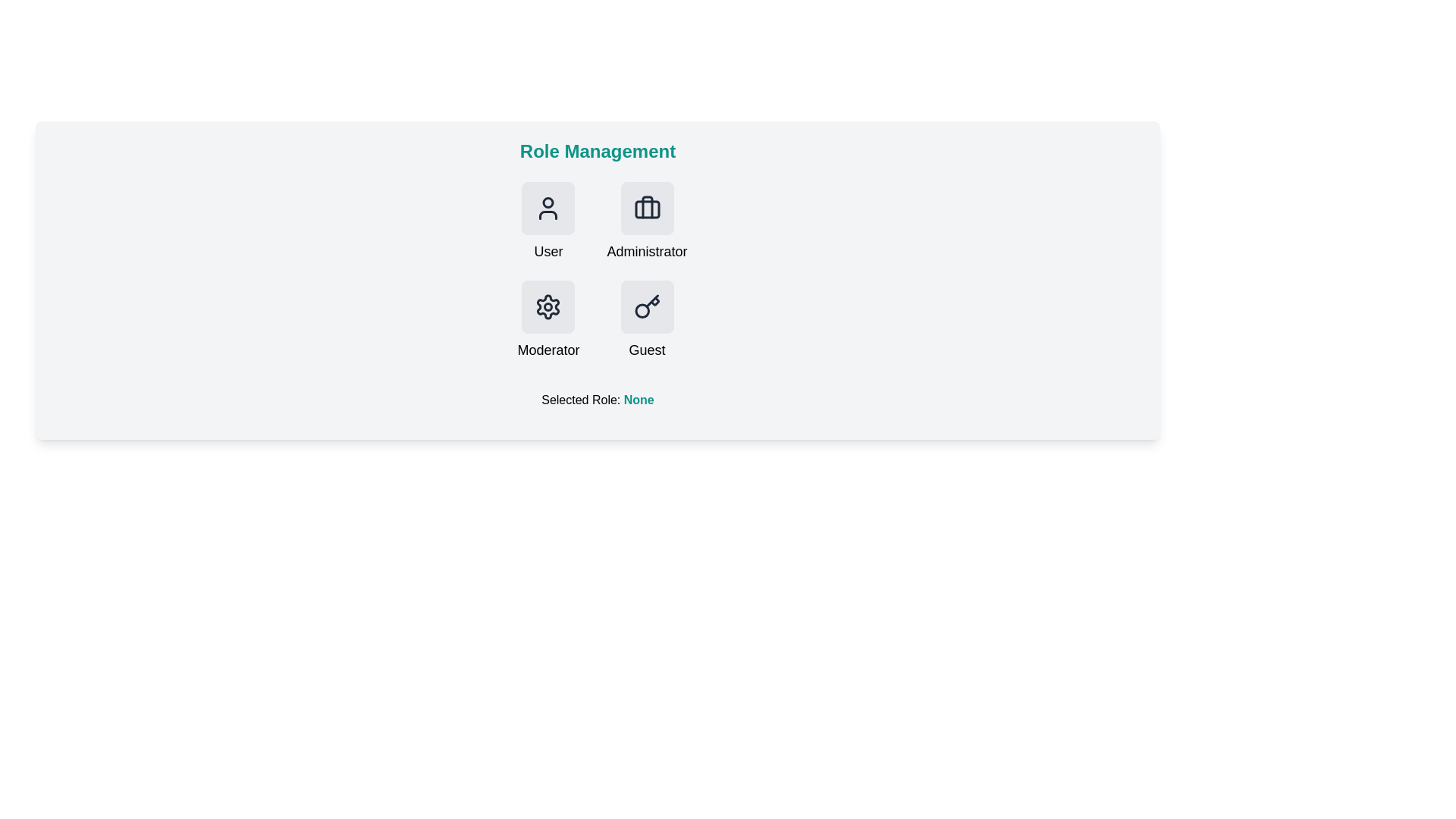  I want to click on static text label displaying the current user role, which indicates 'None', so click(639, 399).